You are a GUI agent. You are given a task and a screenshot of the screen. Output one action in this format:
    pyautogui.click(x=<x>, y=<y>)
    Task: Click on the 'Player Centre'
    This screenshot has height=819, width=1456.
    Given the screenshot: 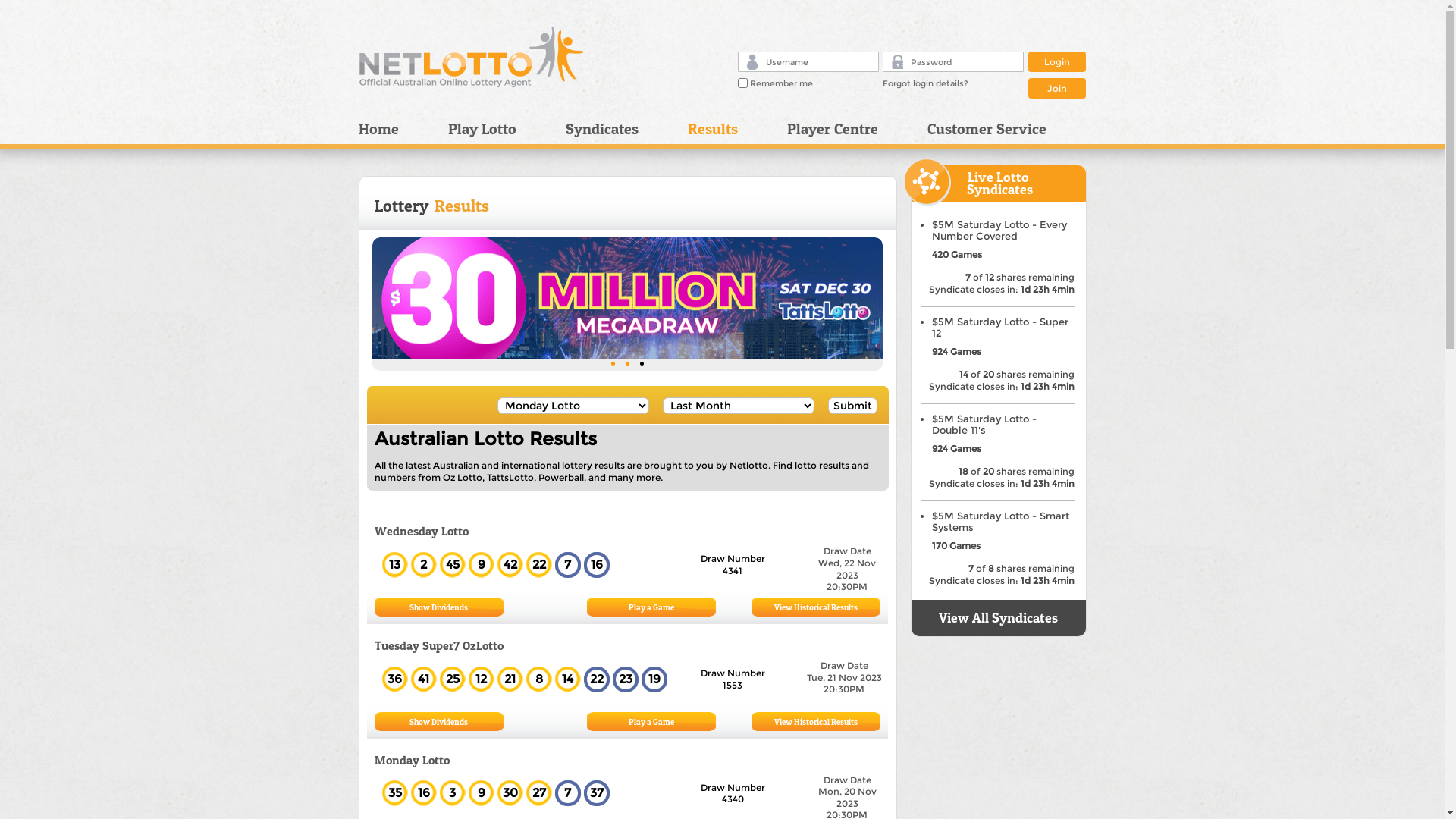 What is the action you would take?
    pyautogui.click(x=844, y=127)
    